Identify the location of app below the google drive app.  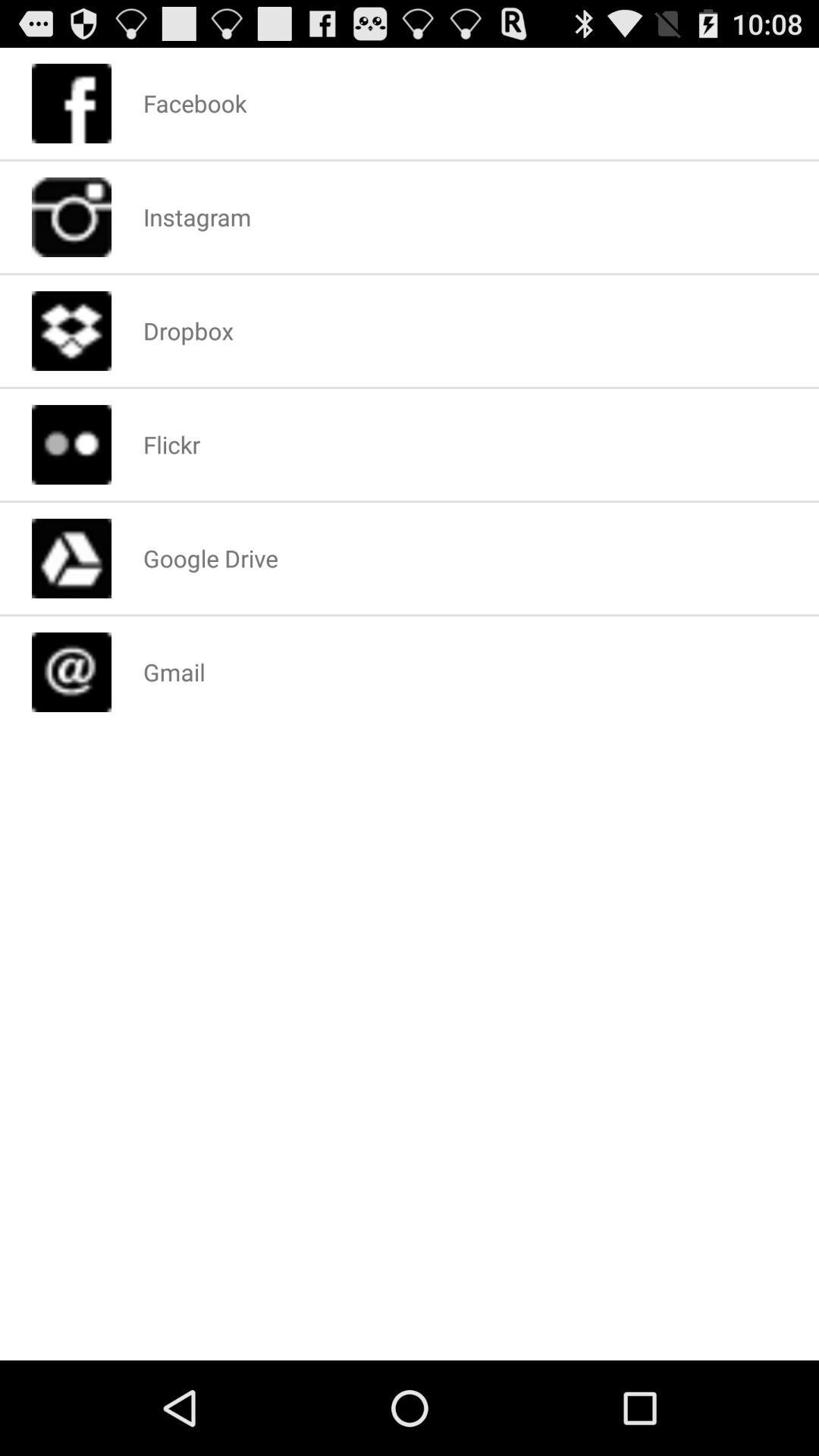
(173, 671).